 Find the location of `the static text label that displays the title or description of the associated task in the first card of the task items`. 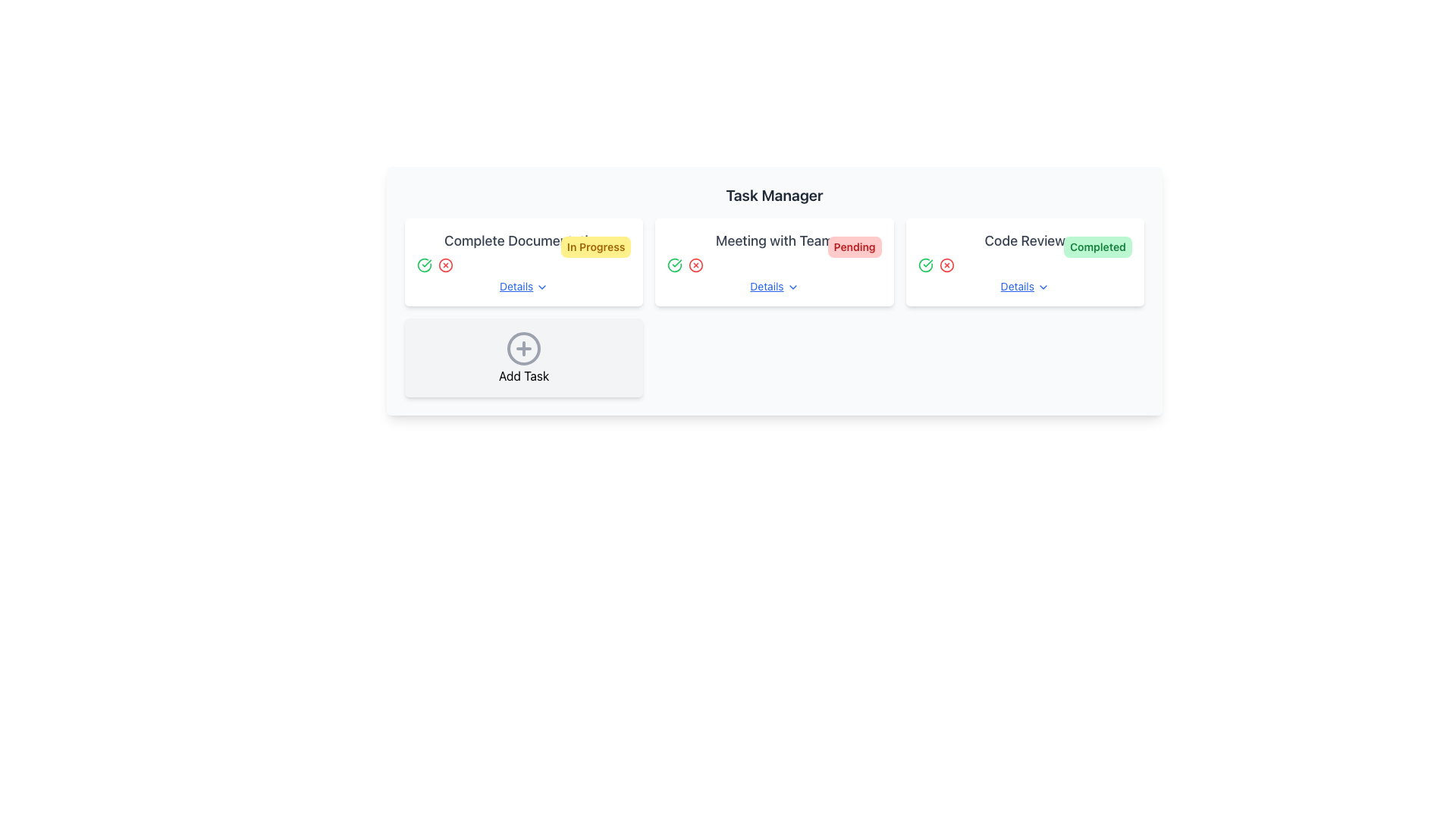

the static text label that displays the title or description of the associated task in the first card of the task items is located at coordinates (524, 240).